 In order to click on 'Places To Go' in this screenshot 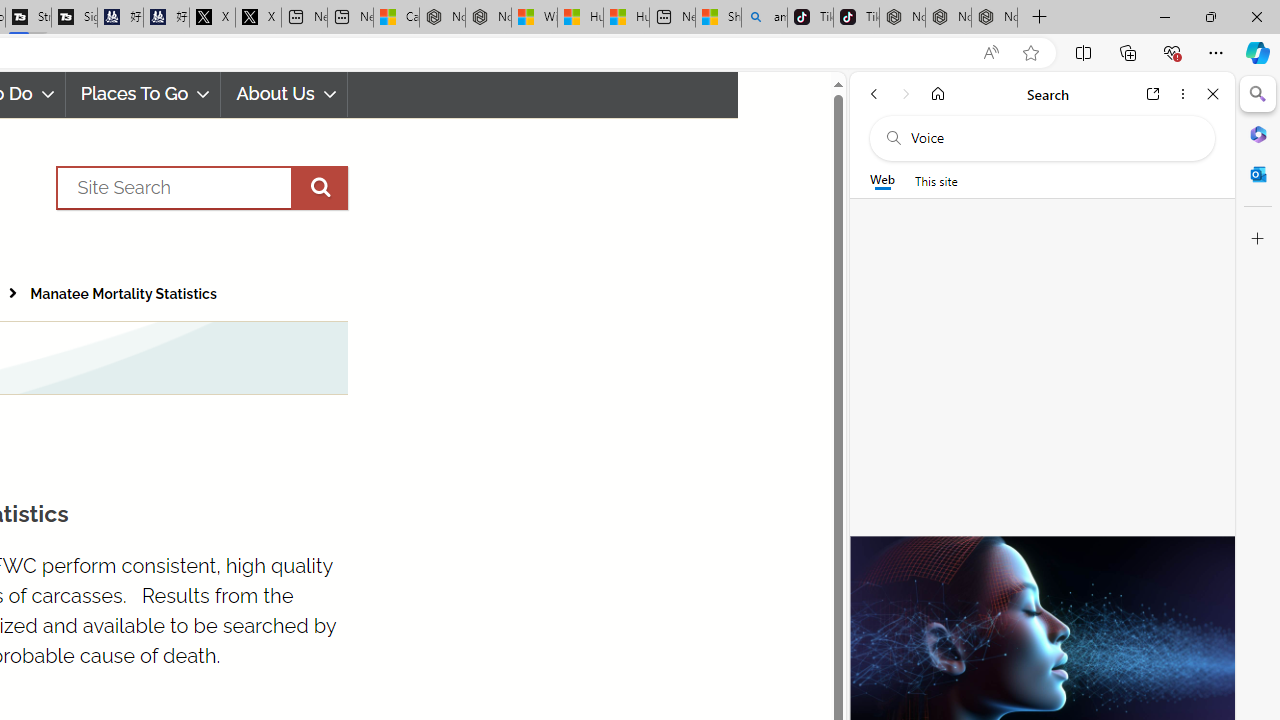, I will do `click(142, 94)`.